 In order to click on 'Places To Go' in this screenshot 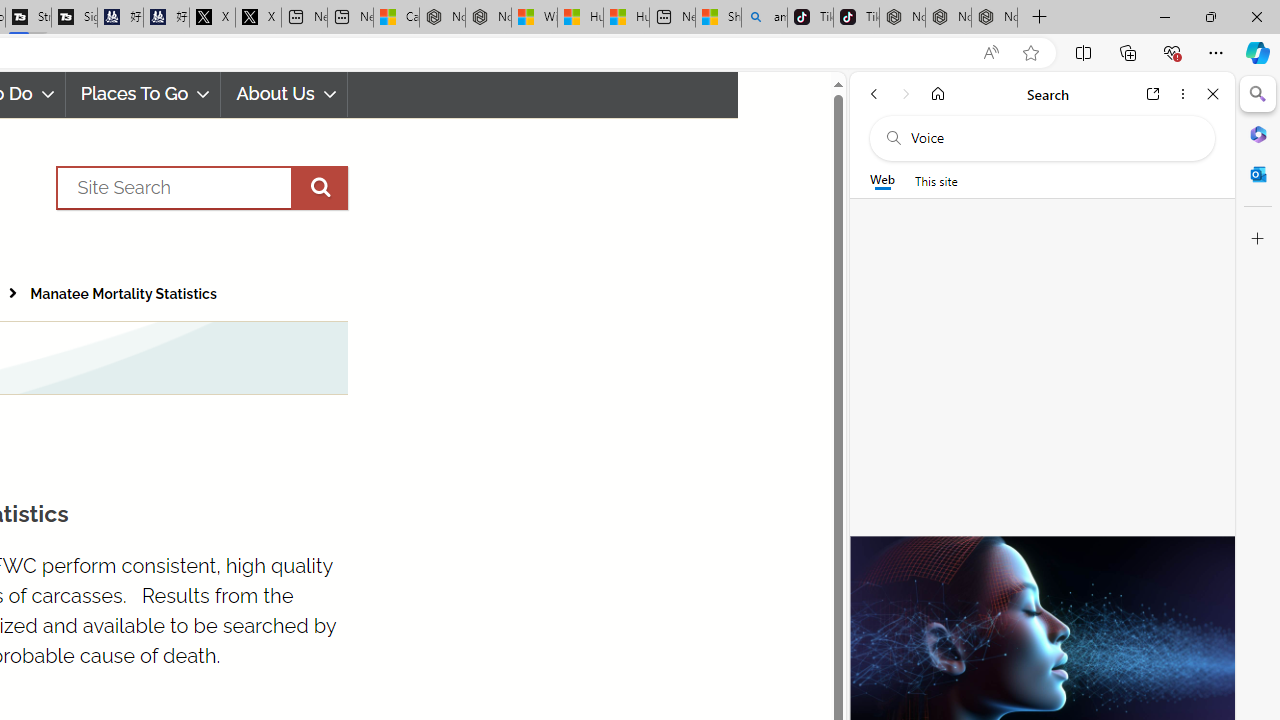, I will do `click(142, 94)`.